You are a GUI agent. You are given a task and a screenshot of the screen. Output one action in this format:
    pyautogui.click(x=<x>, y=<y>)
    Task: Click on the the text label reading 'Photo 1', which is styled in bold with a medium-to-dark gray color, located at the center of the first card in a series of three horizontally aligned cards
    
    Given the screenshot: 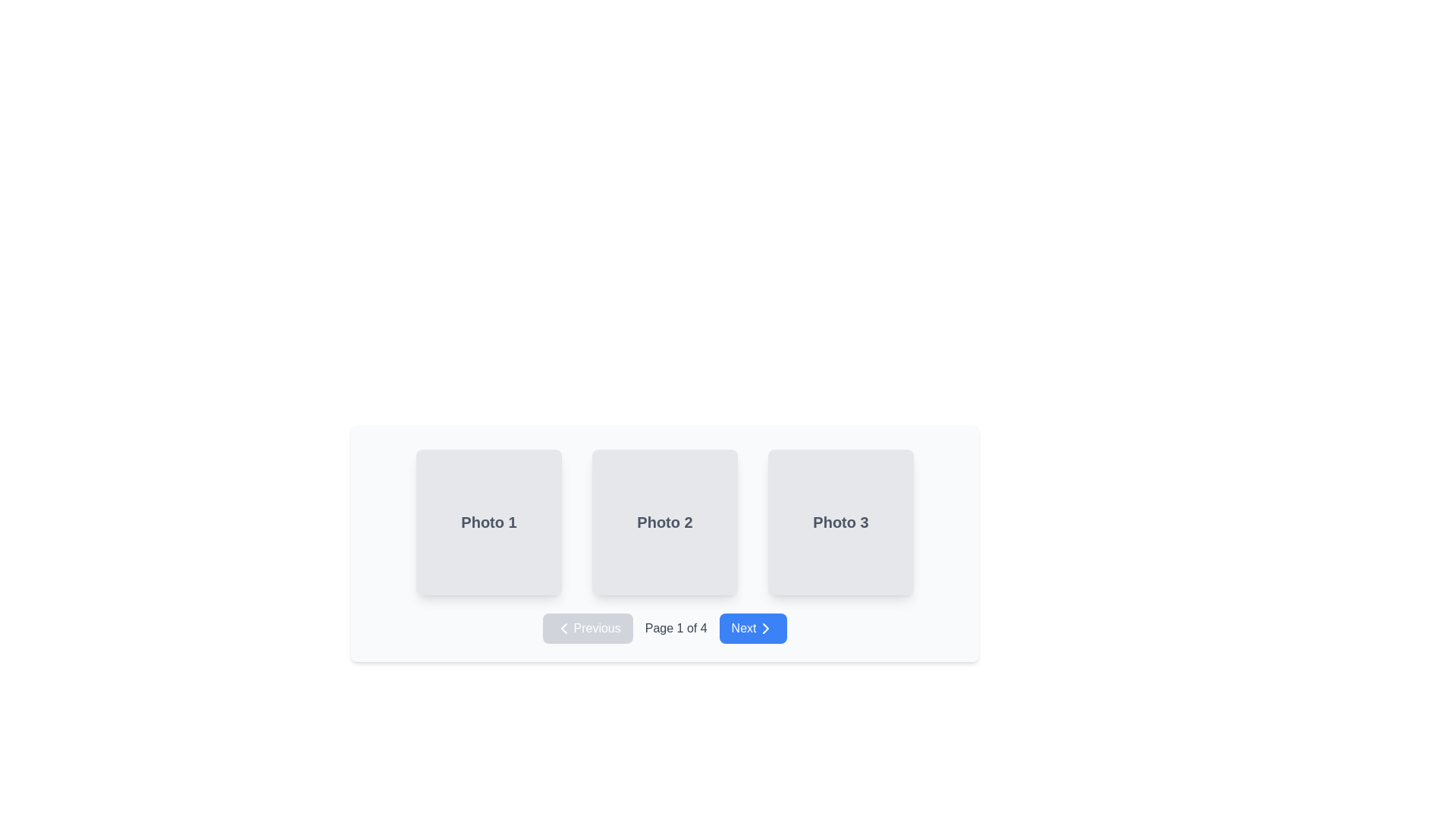 What is the action you would take?
    pyautogui.click(x=488, y=522)
    